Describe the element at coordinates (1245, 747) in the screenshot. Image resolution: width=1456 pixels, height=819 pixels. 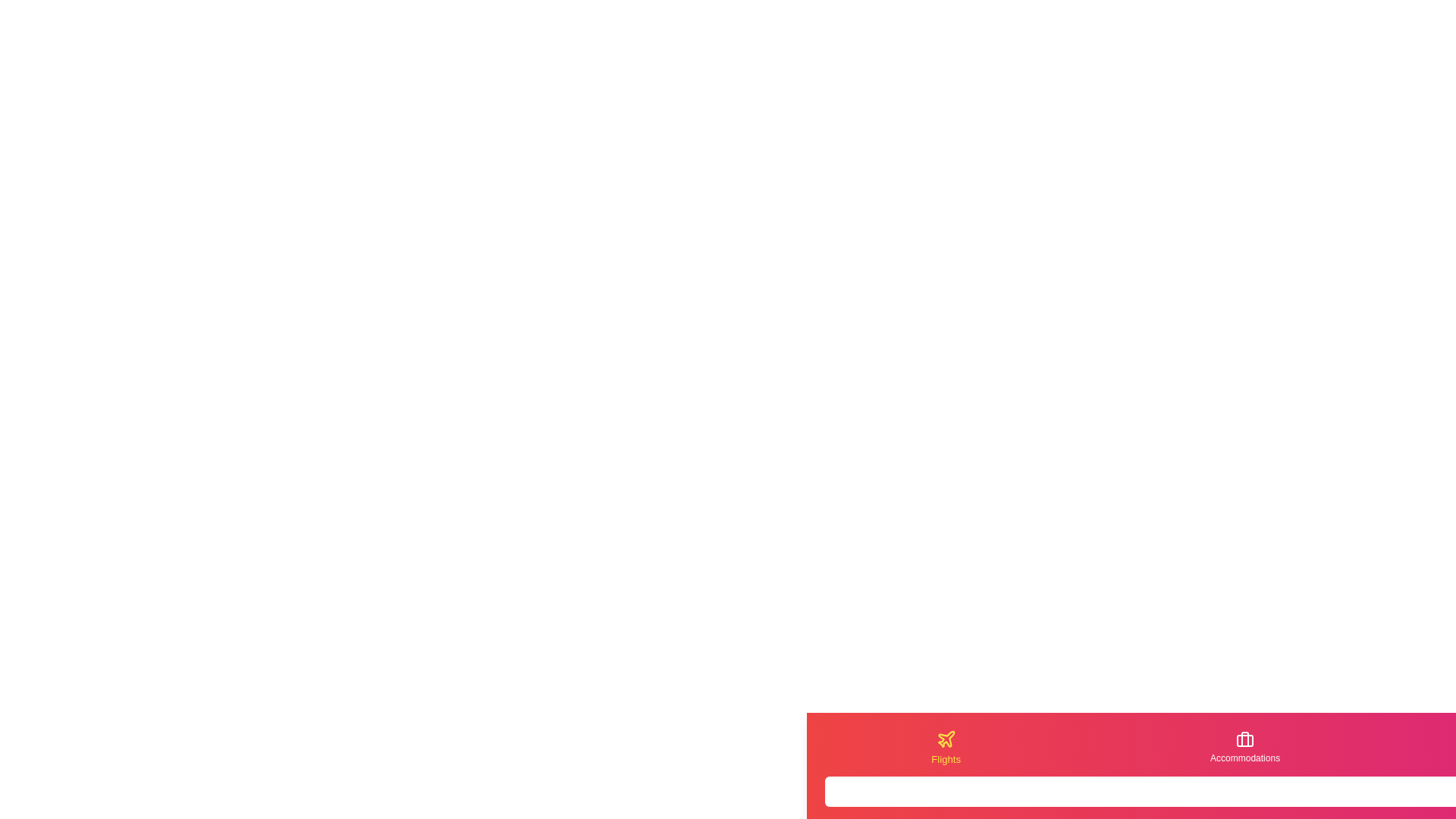
I see `the tab labeled Accommodations to select it` at that location.